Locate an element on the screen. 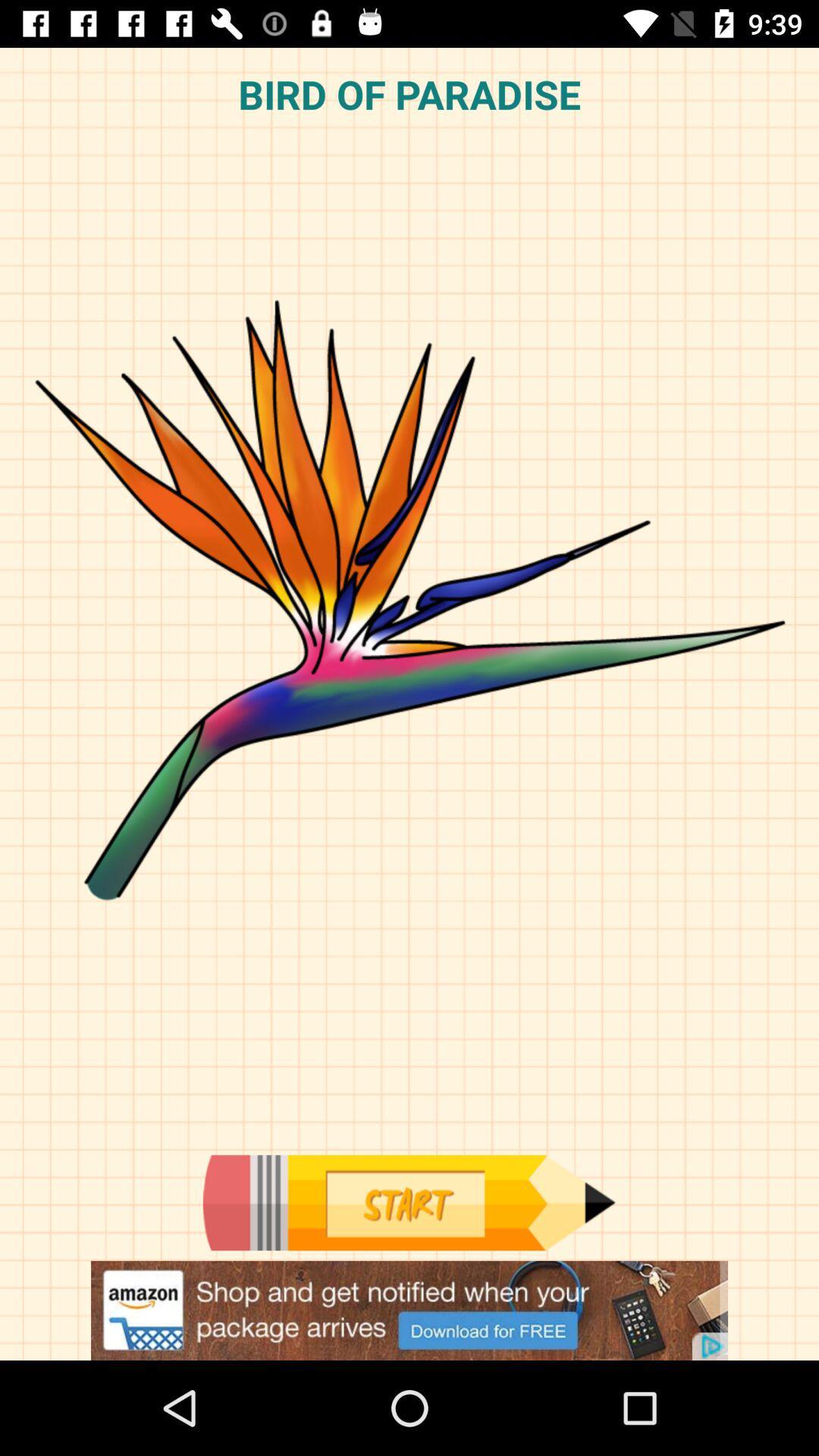  open advertisement is located at coordinates (409, 1310).